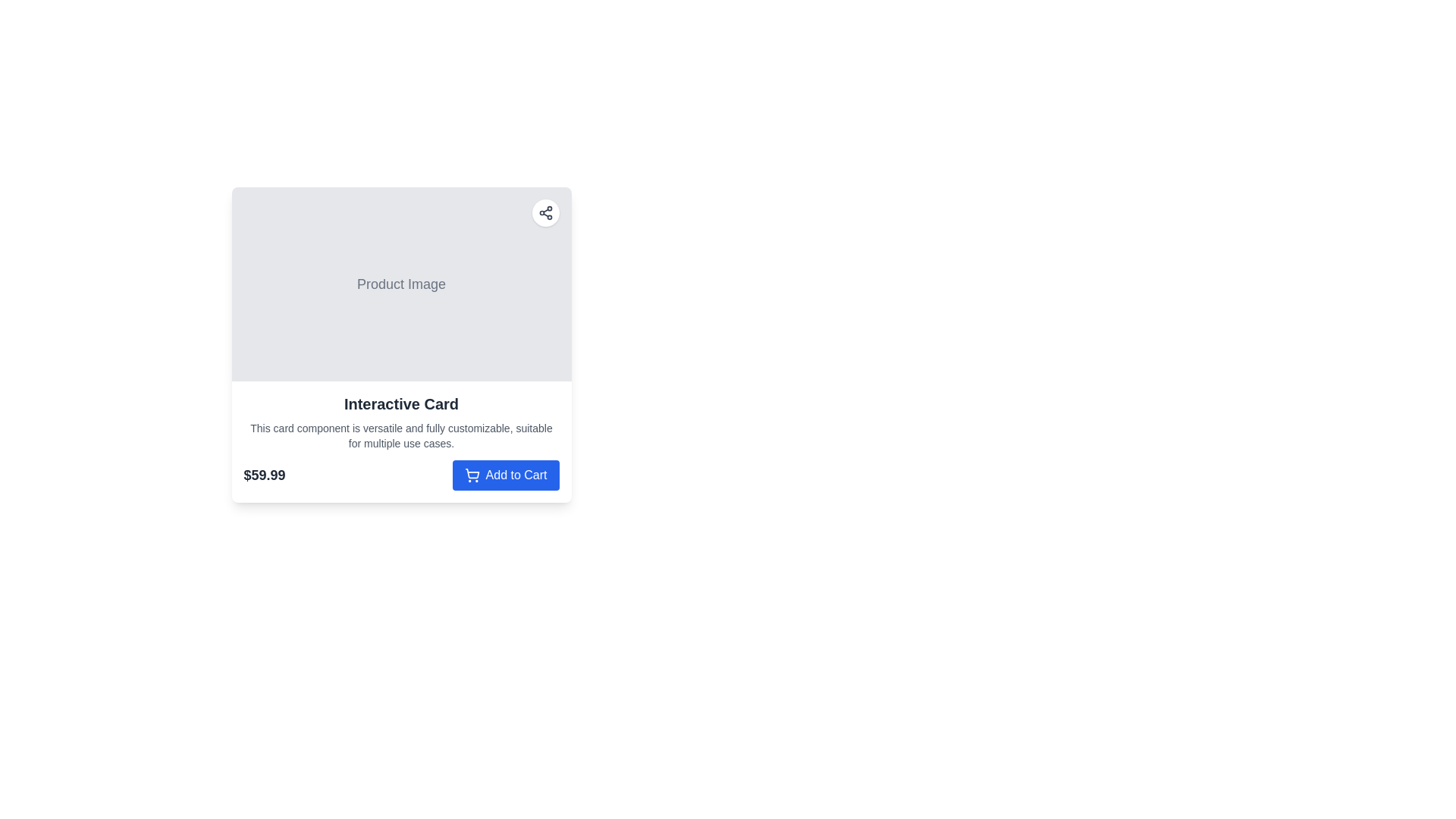 The width and height of the screenshot is (1456, 819). I want to click on the Text Label that indicates the type or purpose of content associated with the product image, which is positioned within a card-style layout with a light gray background, so click(401, 284).